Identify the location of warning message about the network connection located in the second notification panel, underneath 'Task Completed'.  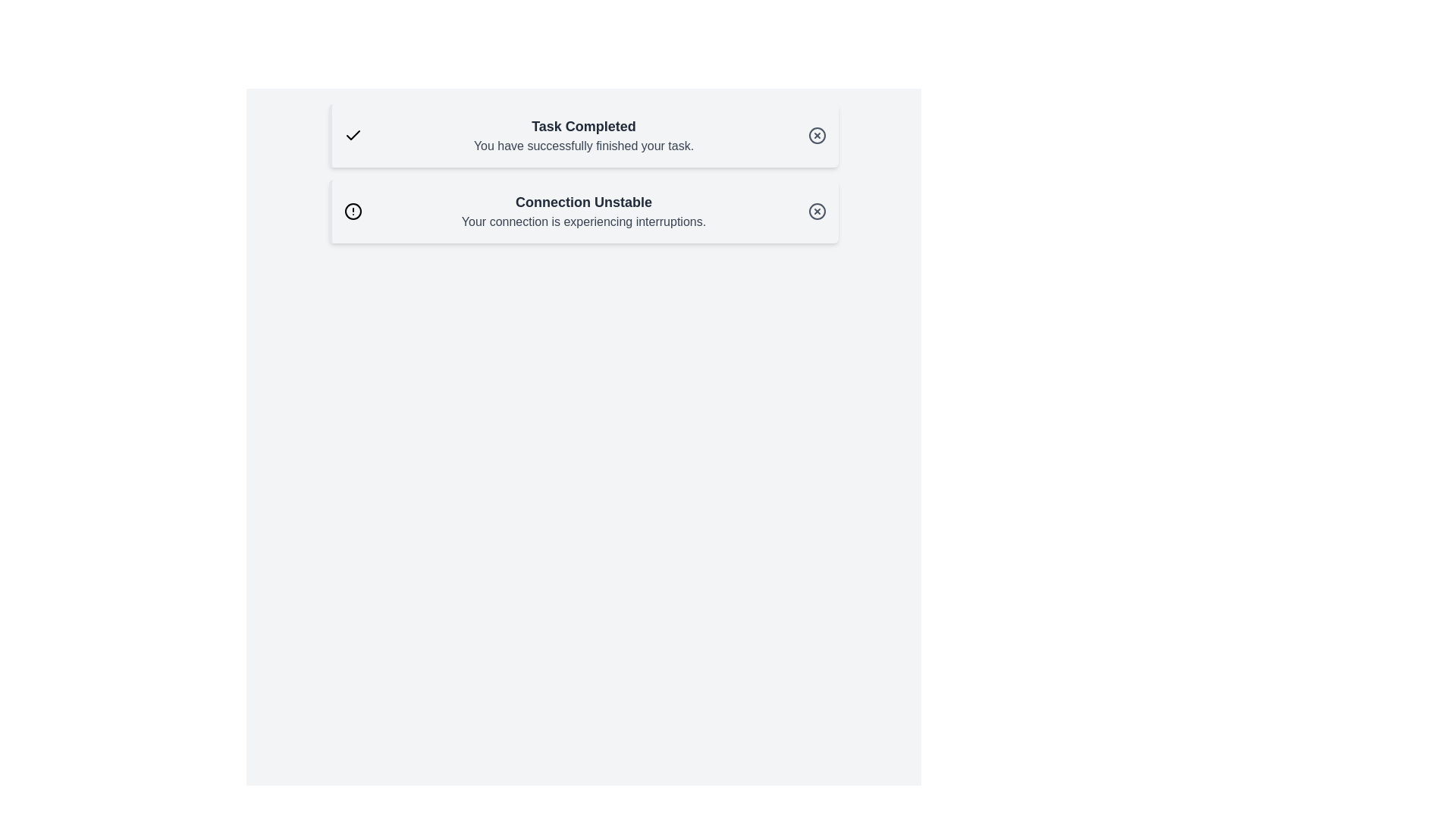
(582, 211).